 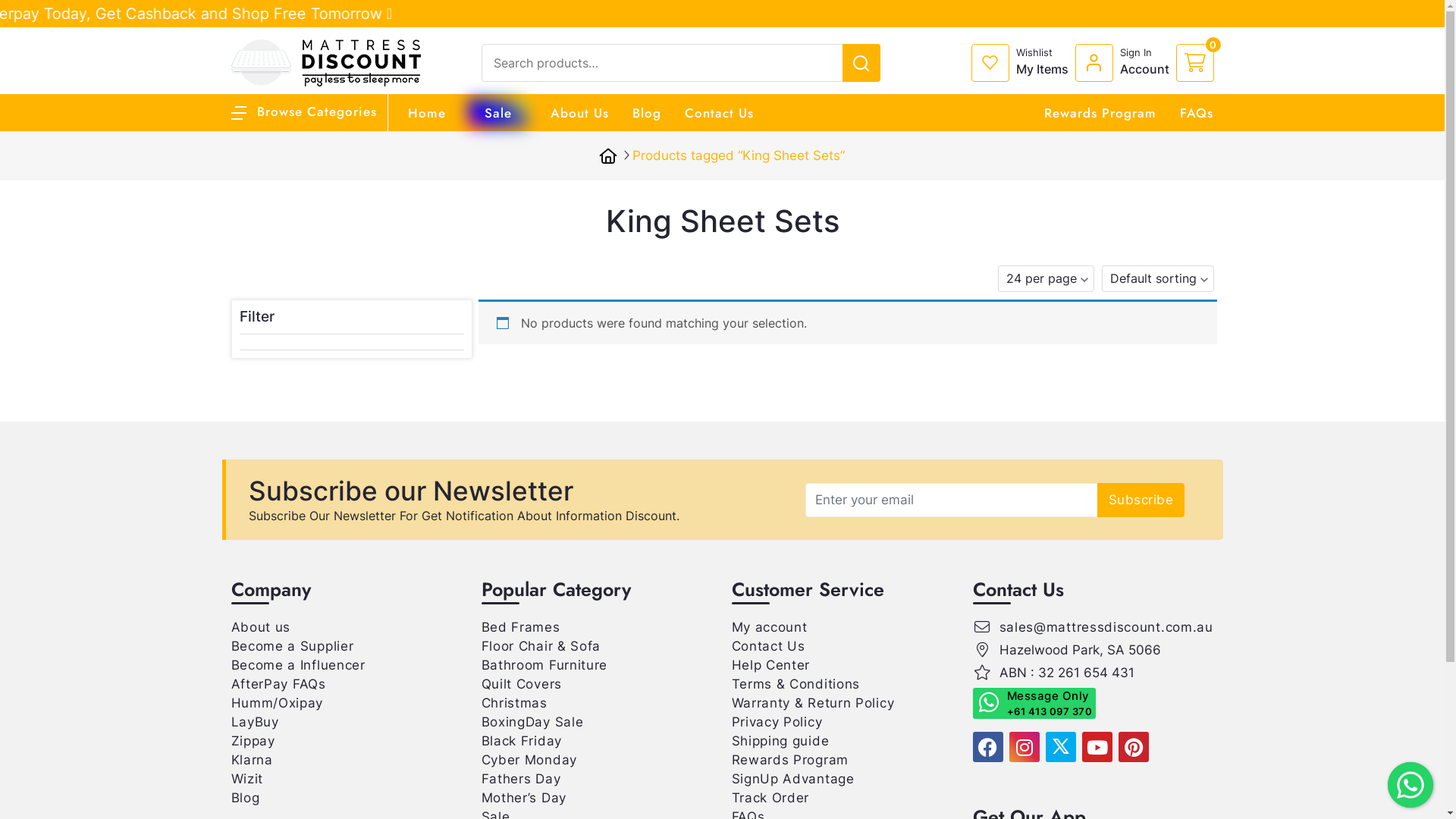 I want to click on 'pinterest', so click(x=1117, y=745).